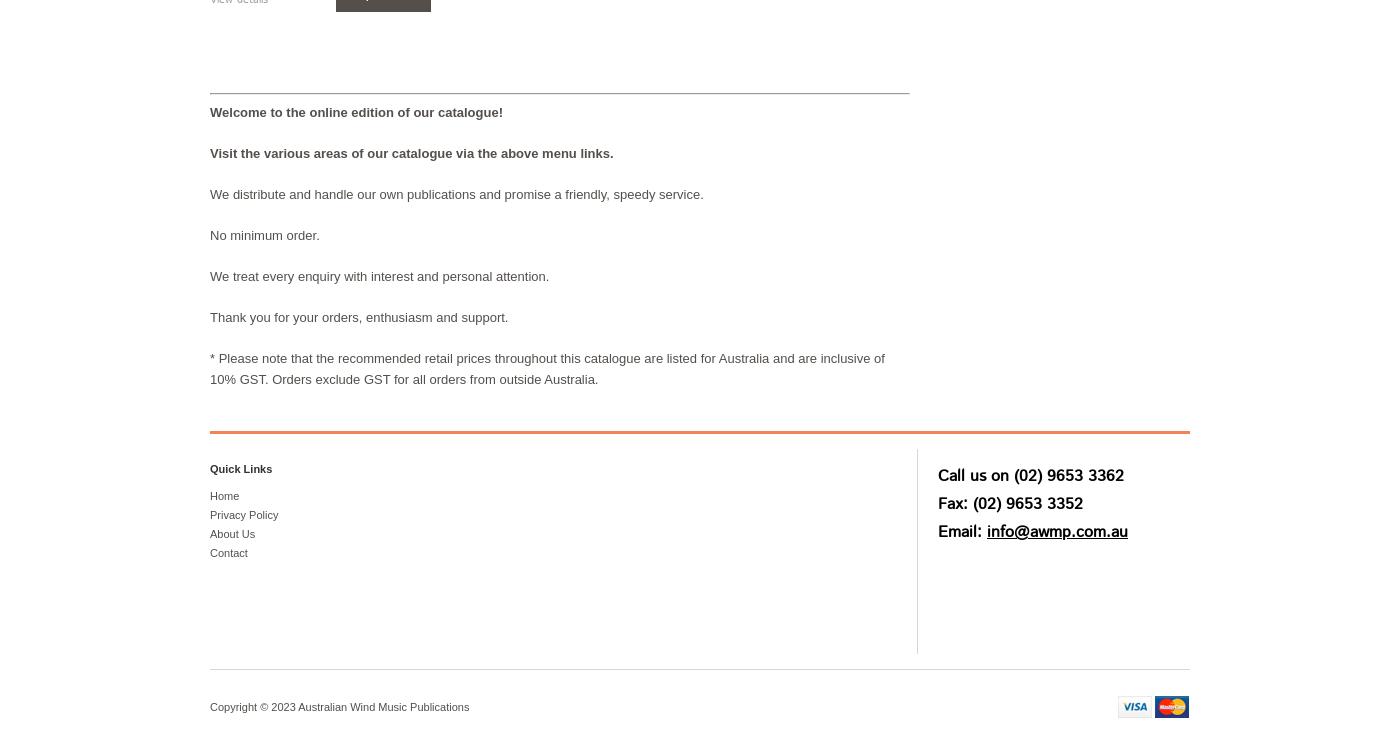 This screenshot has width=1400, height=743. Describe the element at coordinates (1010, 503) in the screenshot. I see `'Fax: (02) 9653 3352'` at that location.